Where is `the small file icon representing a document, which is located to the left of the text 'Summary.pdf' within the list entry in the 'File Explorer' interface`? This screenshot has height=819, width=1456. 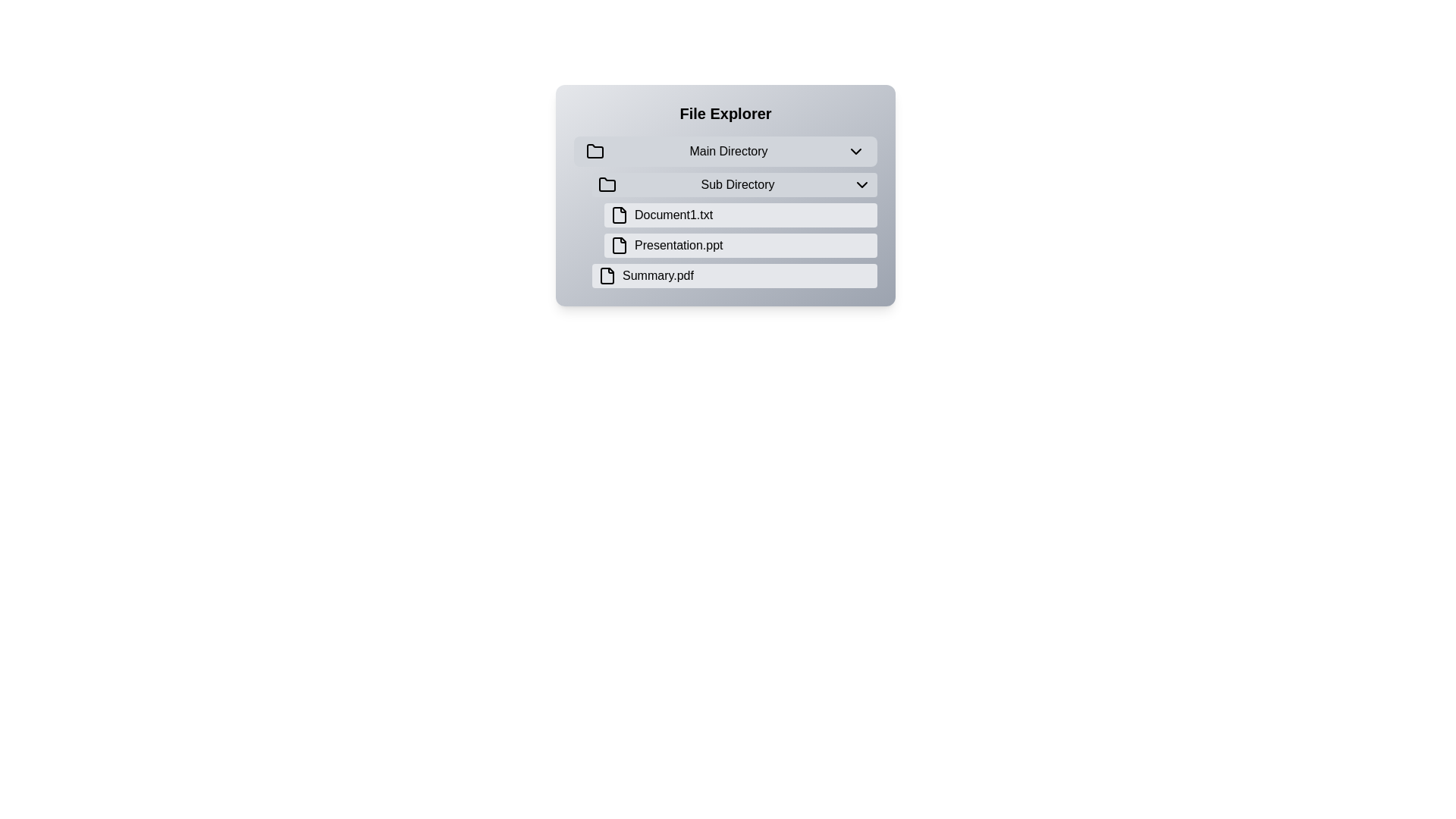 the small file icon representing a document, which is located to the left of the text 'Summary.pdf' within the list entry in the 'File Explorer' interface is located at coordinates (607, 275).